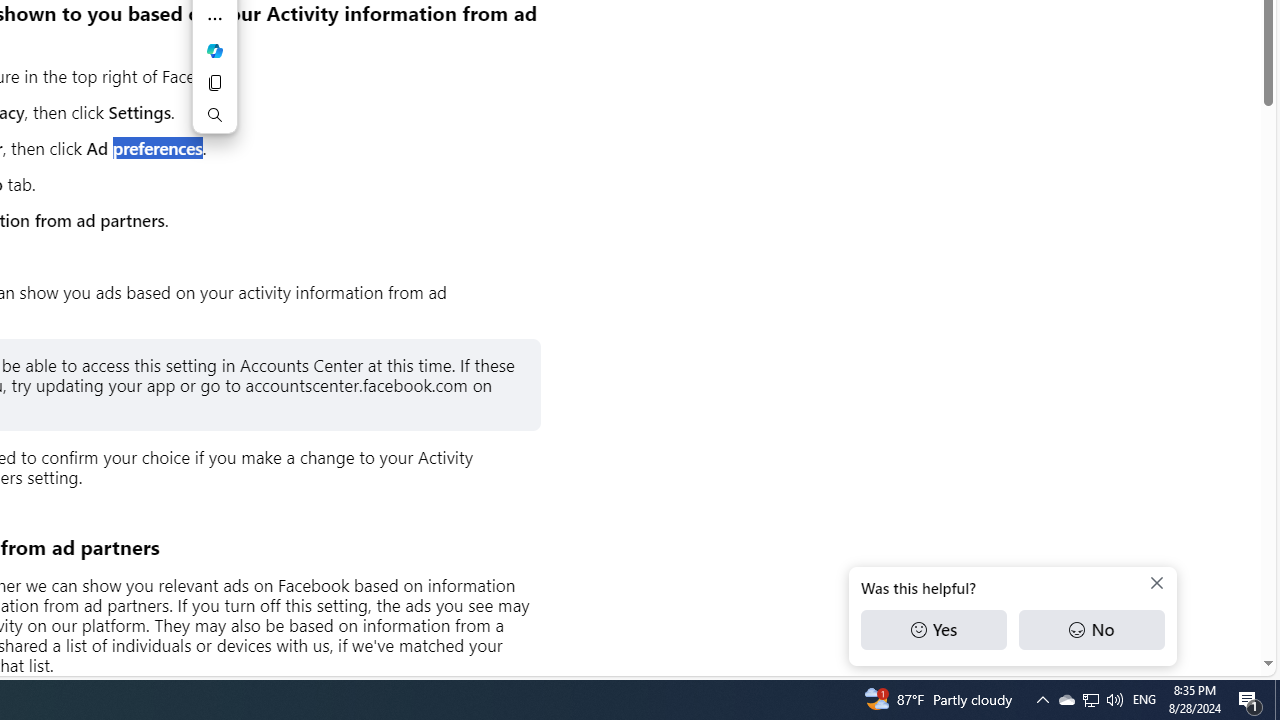 This screenshot has width=1280, height=720. Describe the element at coordinates (1090, 630) in the screenshot. I see `'No'` at that location.